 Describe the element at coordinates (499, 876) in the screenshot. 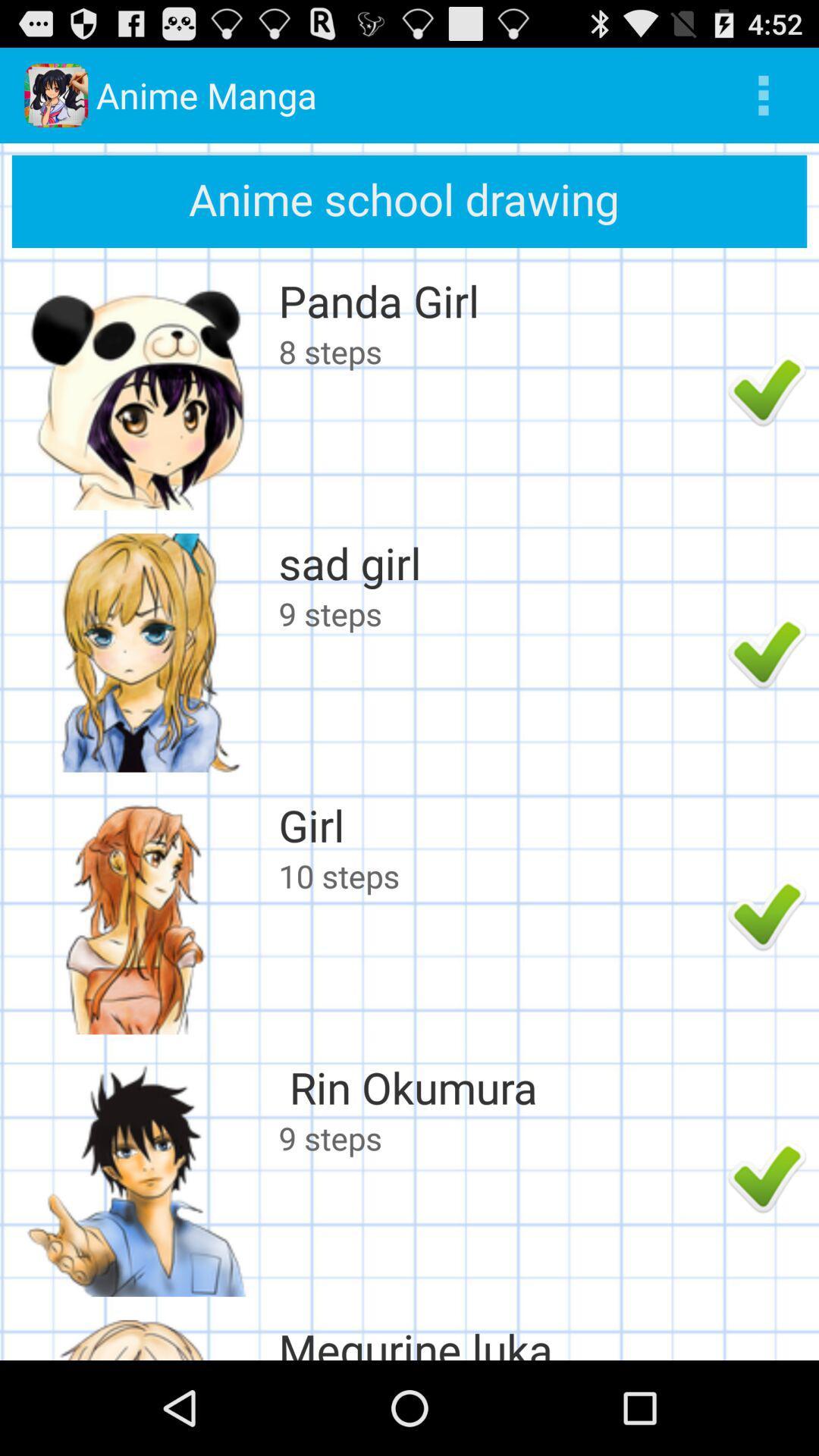

I see `10 steps icon` at that location.